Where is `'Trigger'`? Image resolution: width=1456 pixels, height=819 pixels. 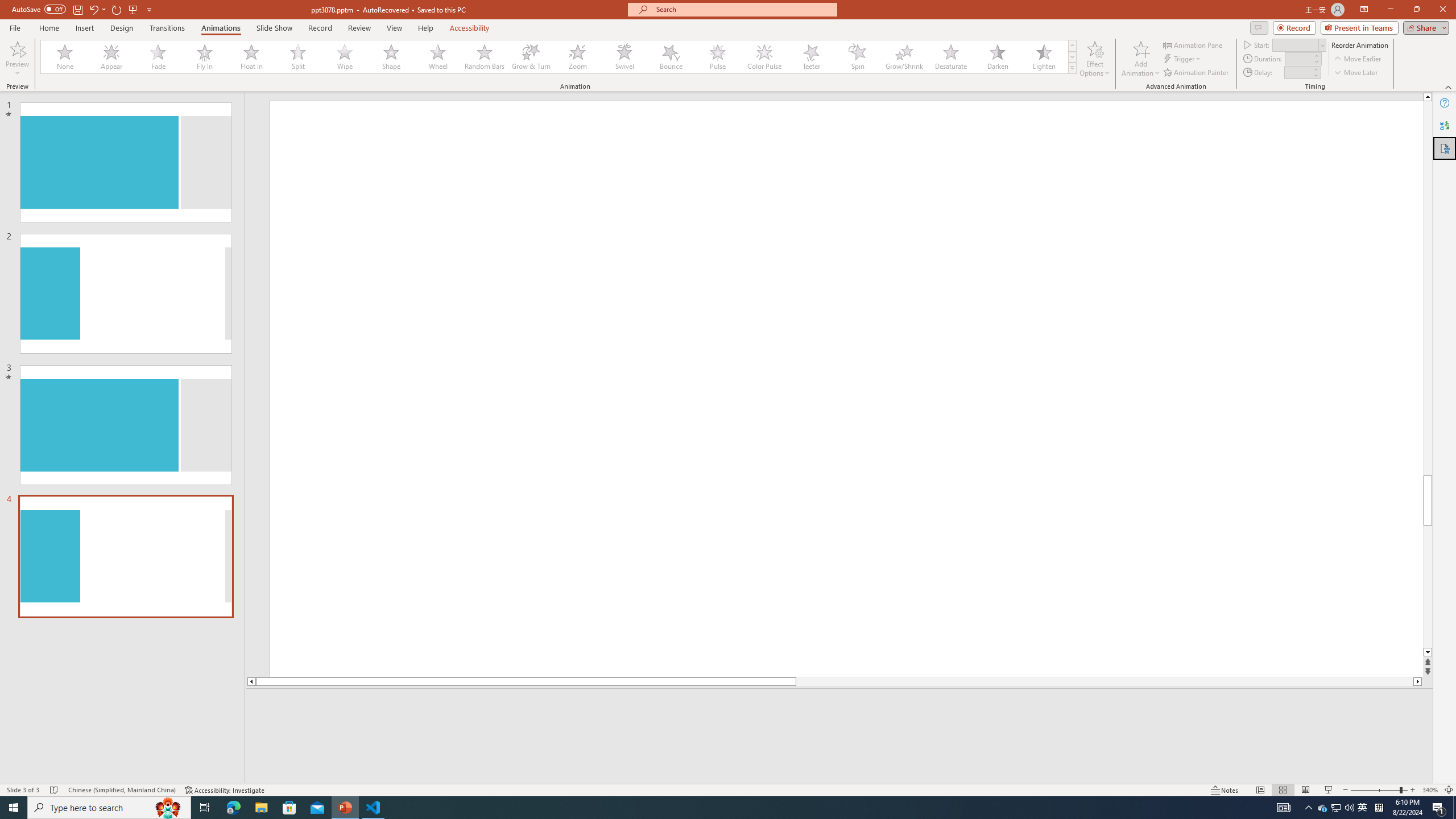
'Trigger' is located at coordinates (1182, 59).